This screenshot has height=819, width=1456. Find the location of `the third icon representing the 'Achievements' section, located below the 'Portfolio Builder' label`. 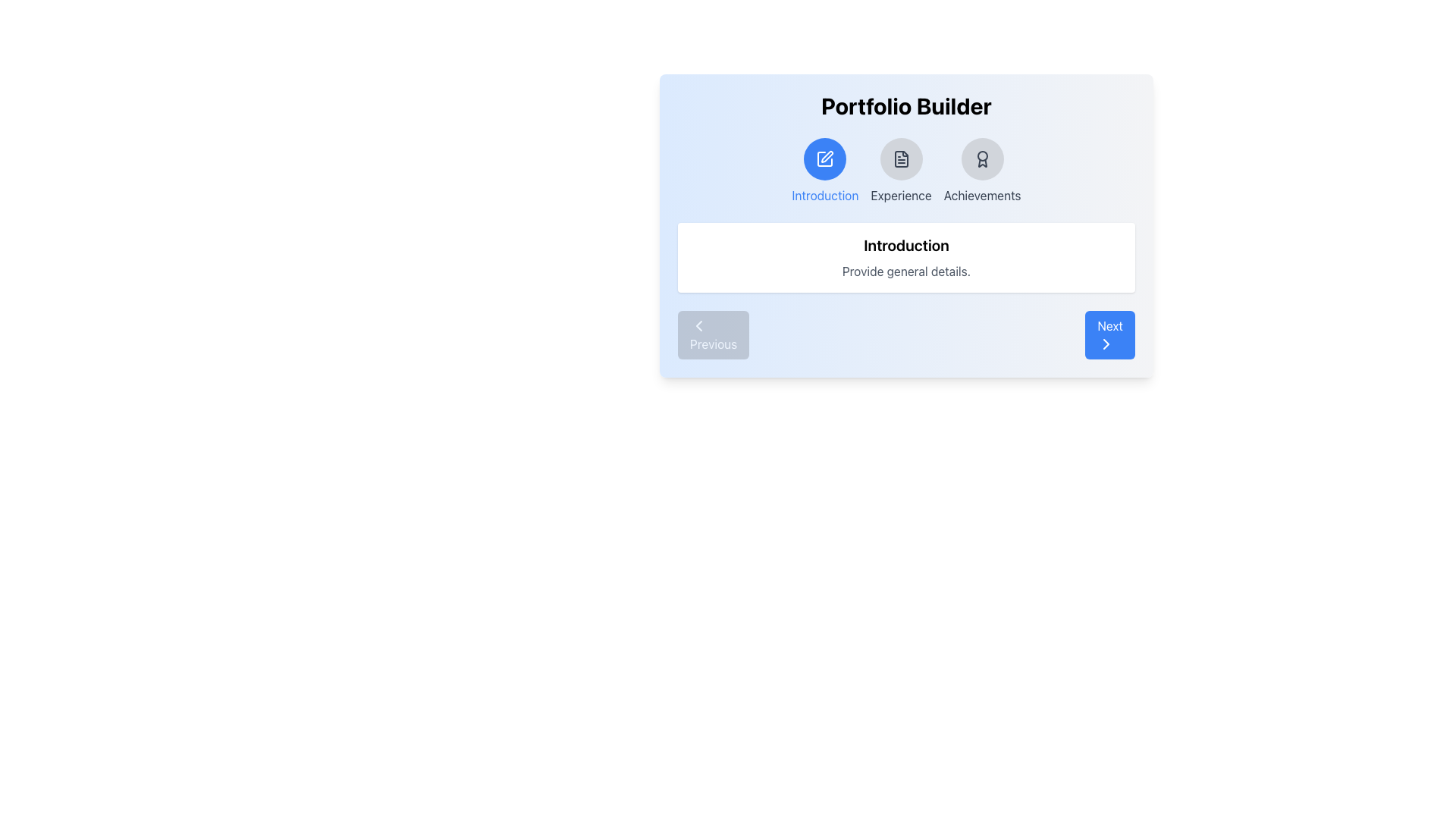

the third icon representing the 'Achievements' section, located below the 'Portfolio Builder' label is located at coordinates (982, 158).